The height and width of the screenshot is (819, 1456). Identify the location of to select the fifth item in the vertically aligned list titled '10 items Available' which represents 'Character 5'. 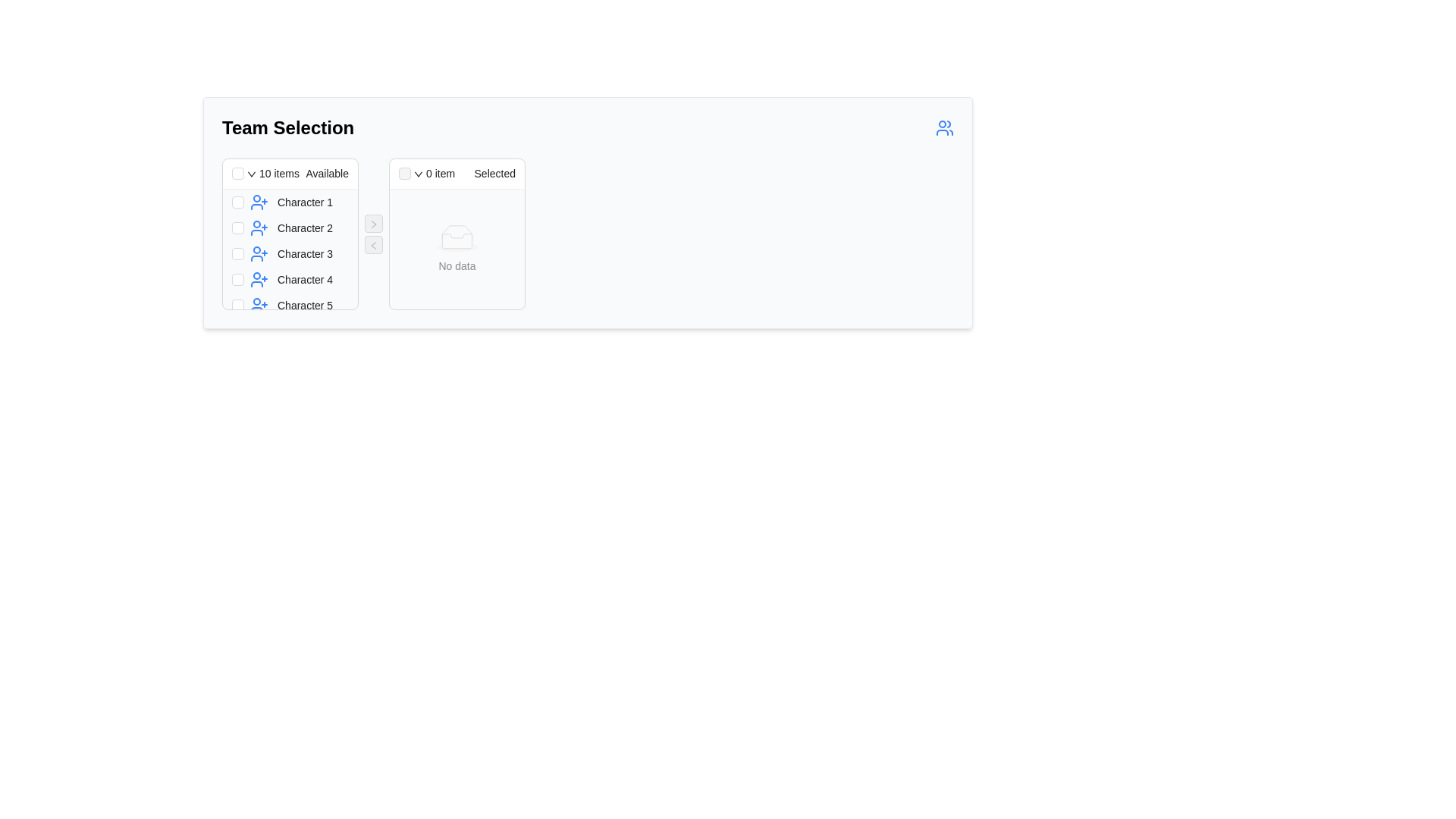
(299, 305).